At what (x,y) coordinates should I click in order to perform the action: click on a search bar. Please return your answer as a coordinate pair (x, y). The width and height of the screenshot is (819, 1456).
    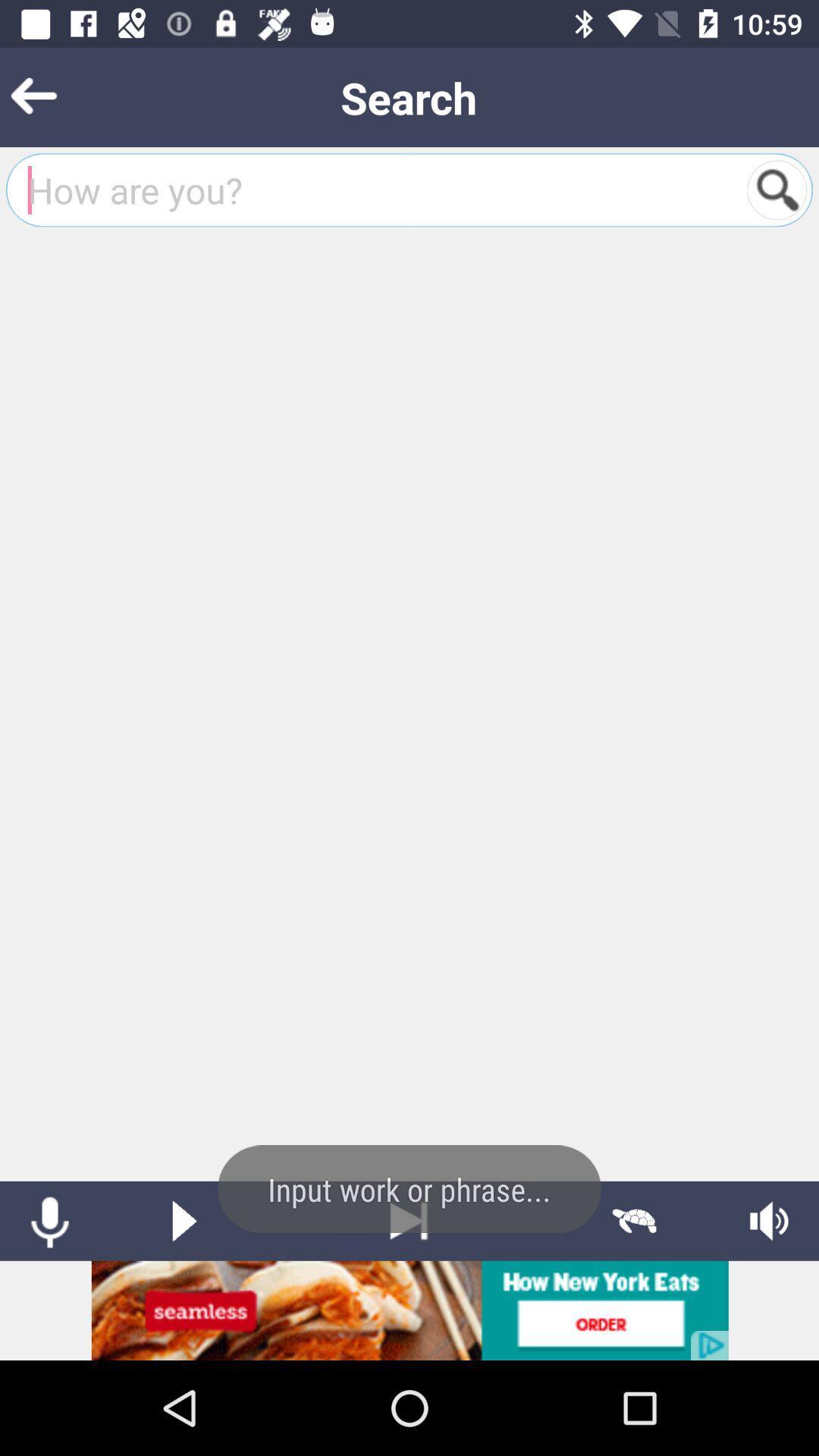
    Looking at the image, I should click on (777, 189).